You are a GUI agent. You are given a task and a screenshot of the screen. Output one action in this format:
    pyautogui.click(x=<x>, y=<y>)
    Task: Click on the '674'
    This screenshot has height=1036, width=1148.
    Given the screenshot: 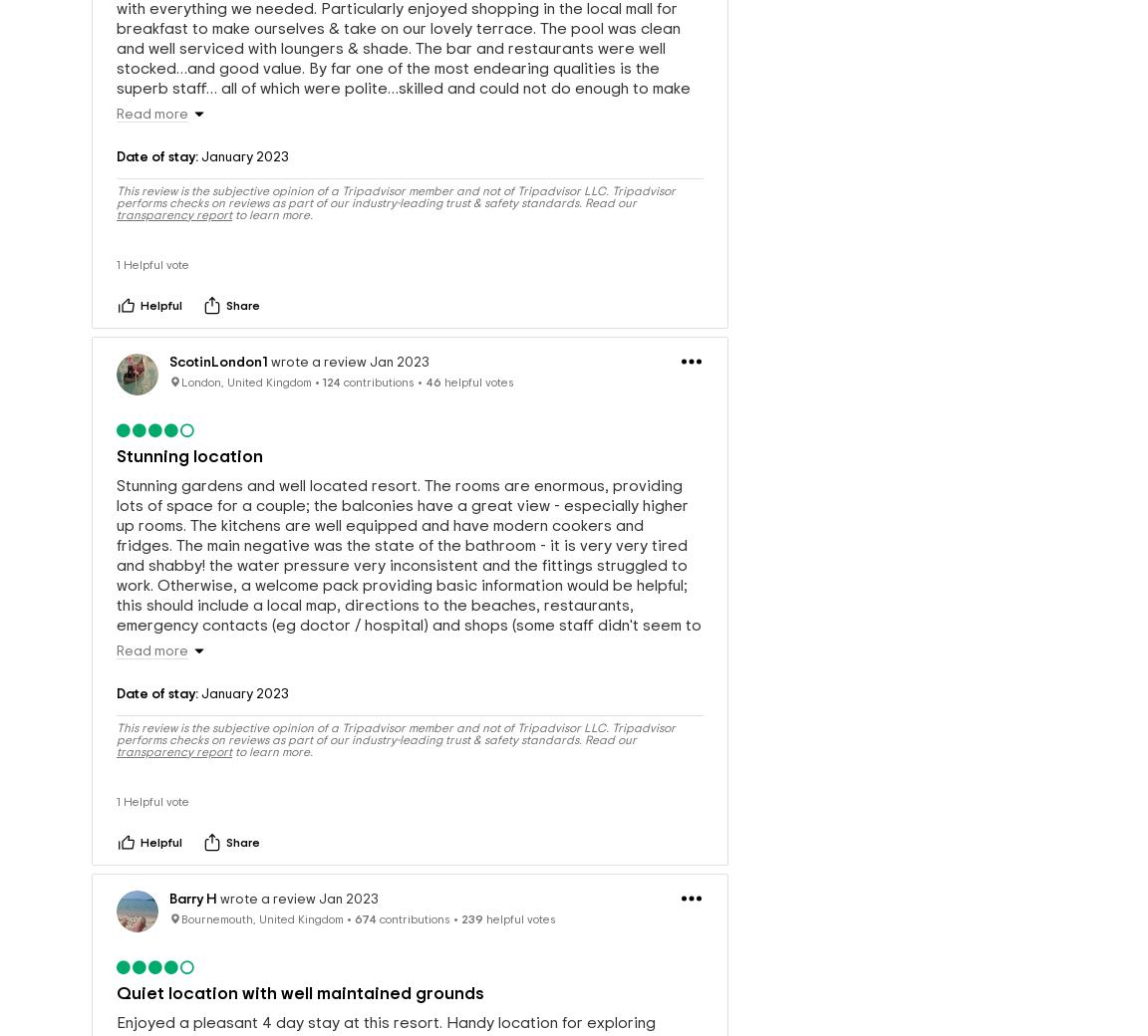 What is the action you would take?
    pyautogui.click(x=365, y=923)
    